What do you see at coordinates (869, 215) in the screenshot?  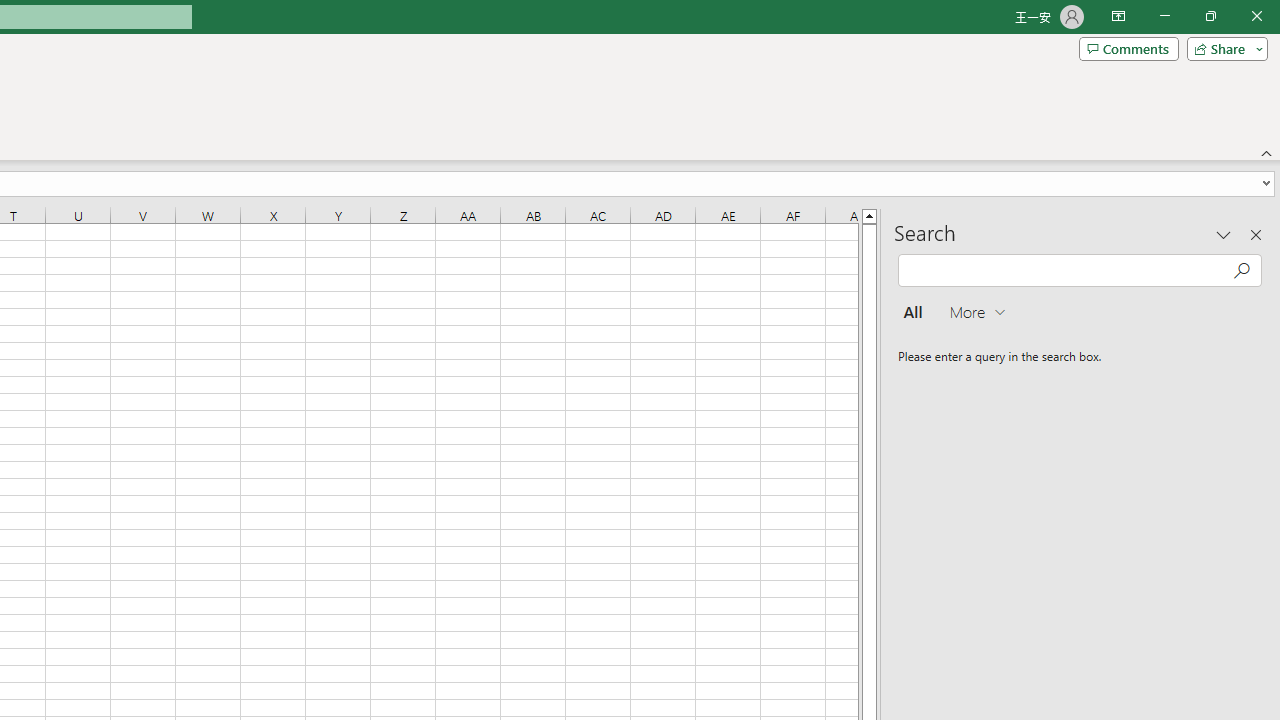 I see `'Line up'` at bounding box center [869, 215].